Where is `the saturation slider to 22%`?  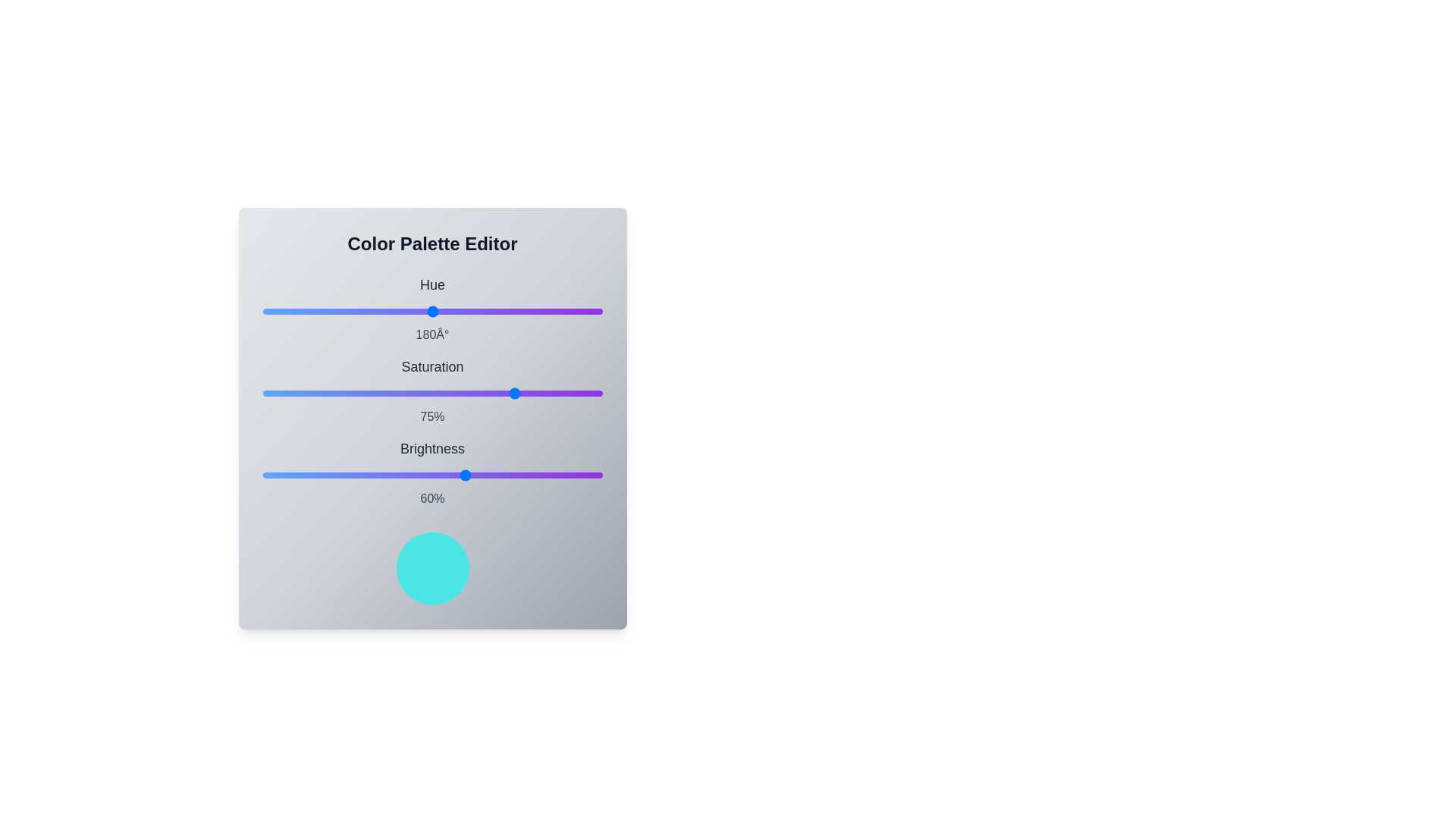 the saturation slider to 22% is located at coordinates (337, 393).